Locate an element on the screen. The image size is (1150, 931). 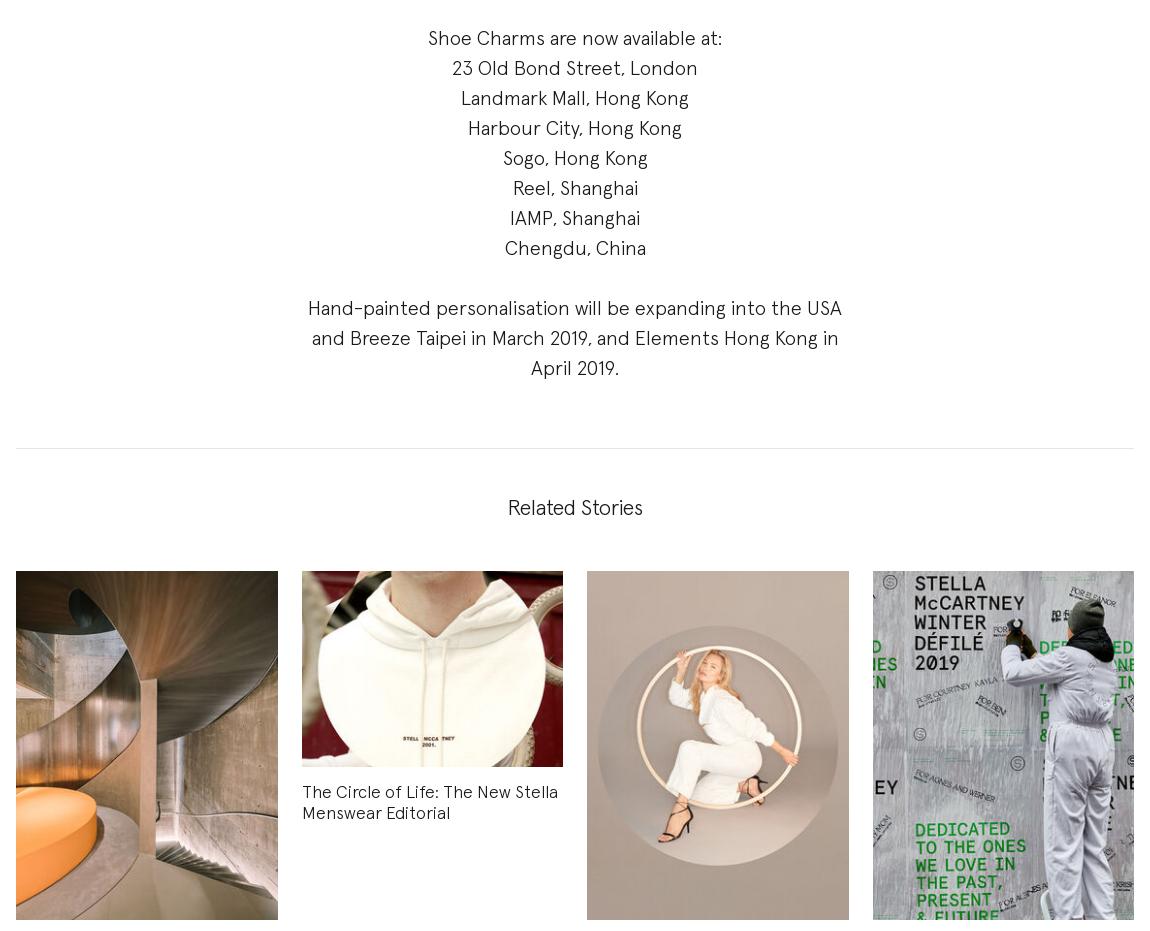
'Landmark Mall, Hong Kong' is located at coordinates (575, 98).